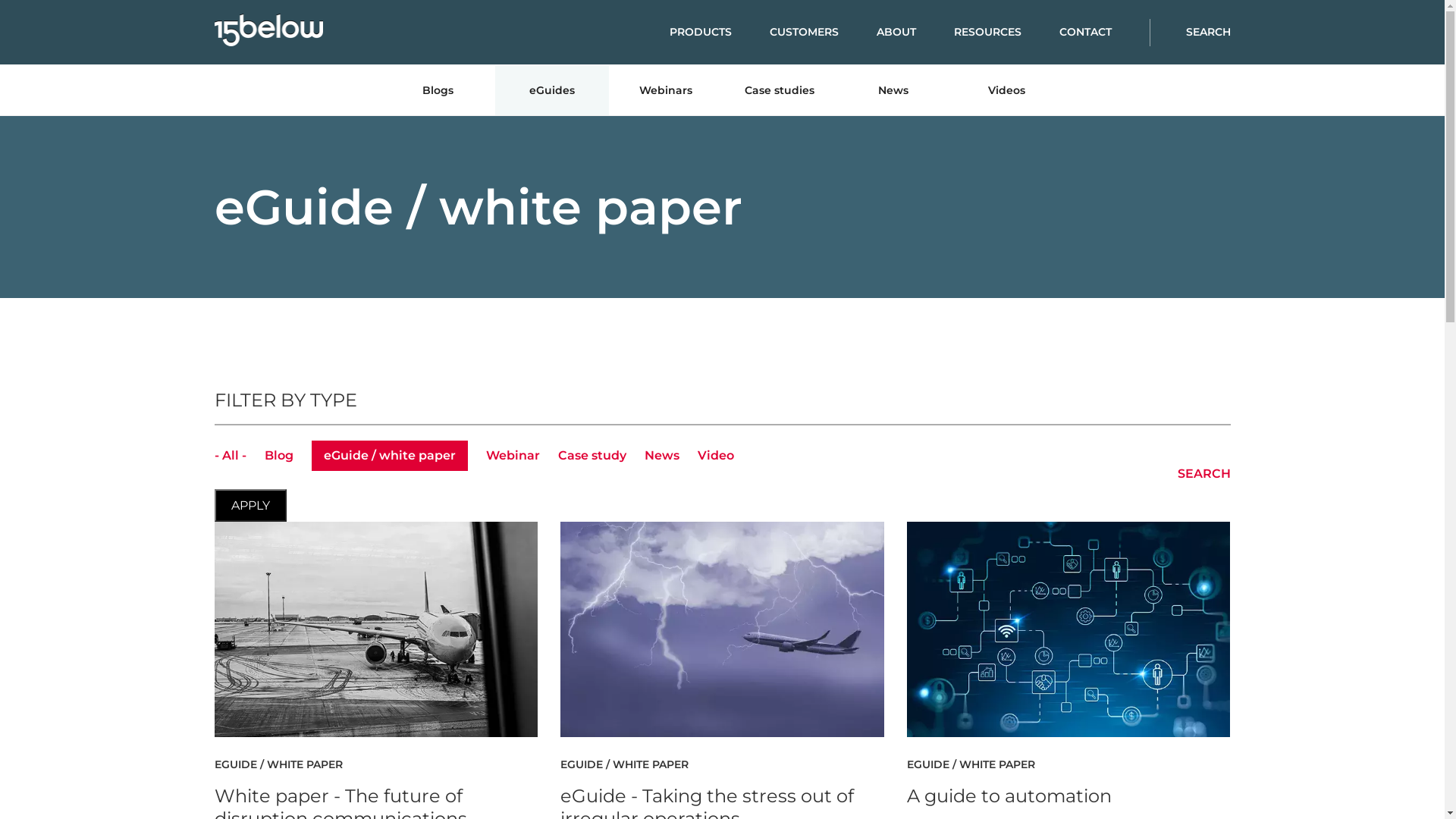 The width and height of the screenshot is (1456, 819). Describe the element at coordinates (715, 454) in the screenshot. I see `'Video'` at that location.